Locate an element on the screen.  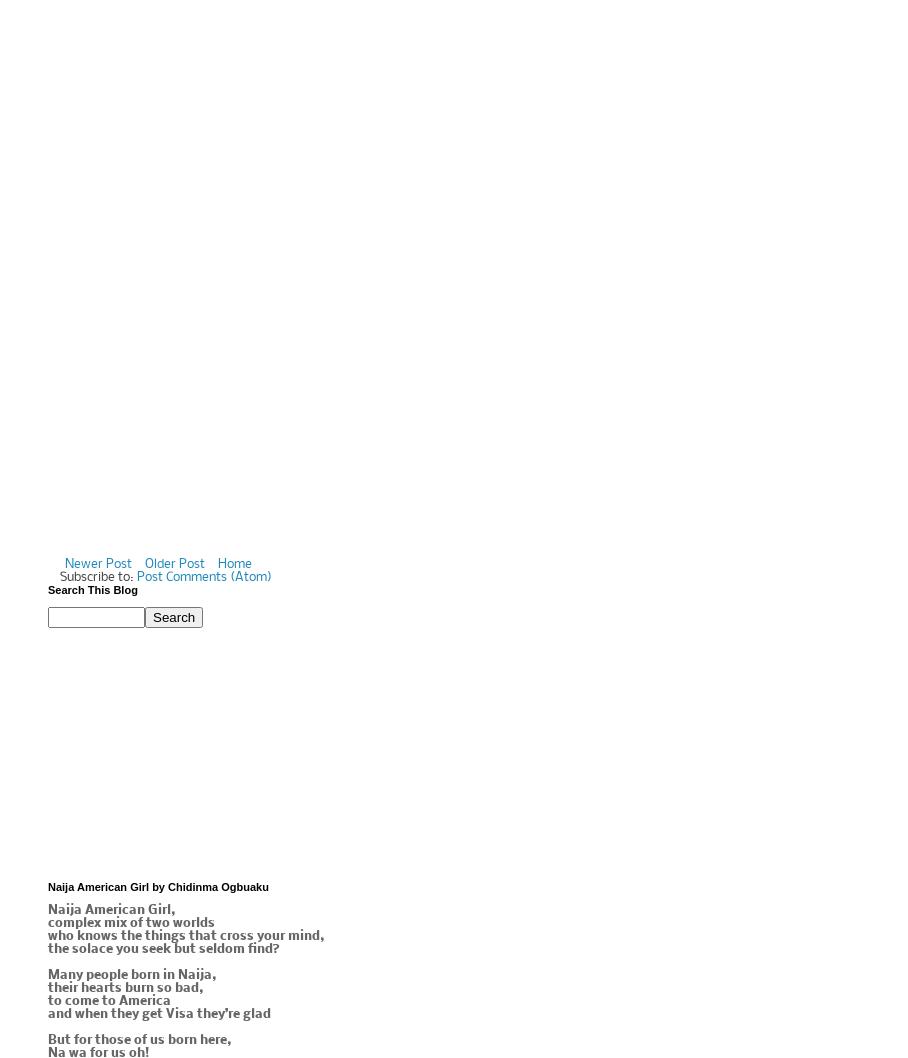
'Newer Post' is located at coordinates (65, 564).